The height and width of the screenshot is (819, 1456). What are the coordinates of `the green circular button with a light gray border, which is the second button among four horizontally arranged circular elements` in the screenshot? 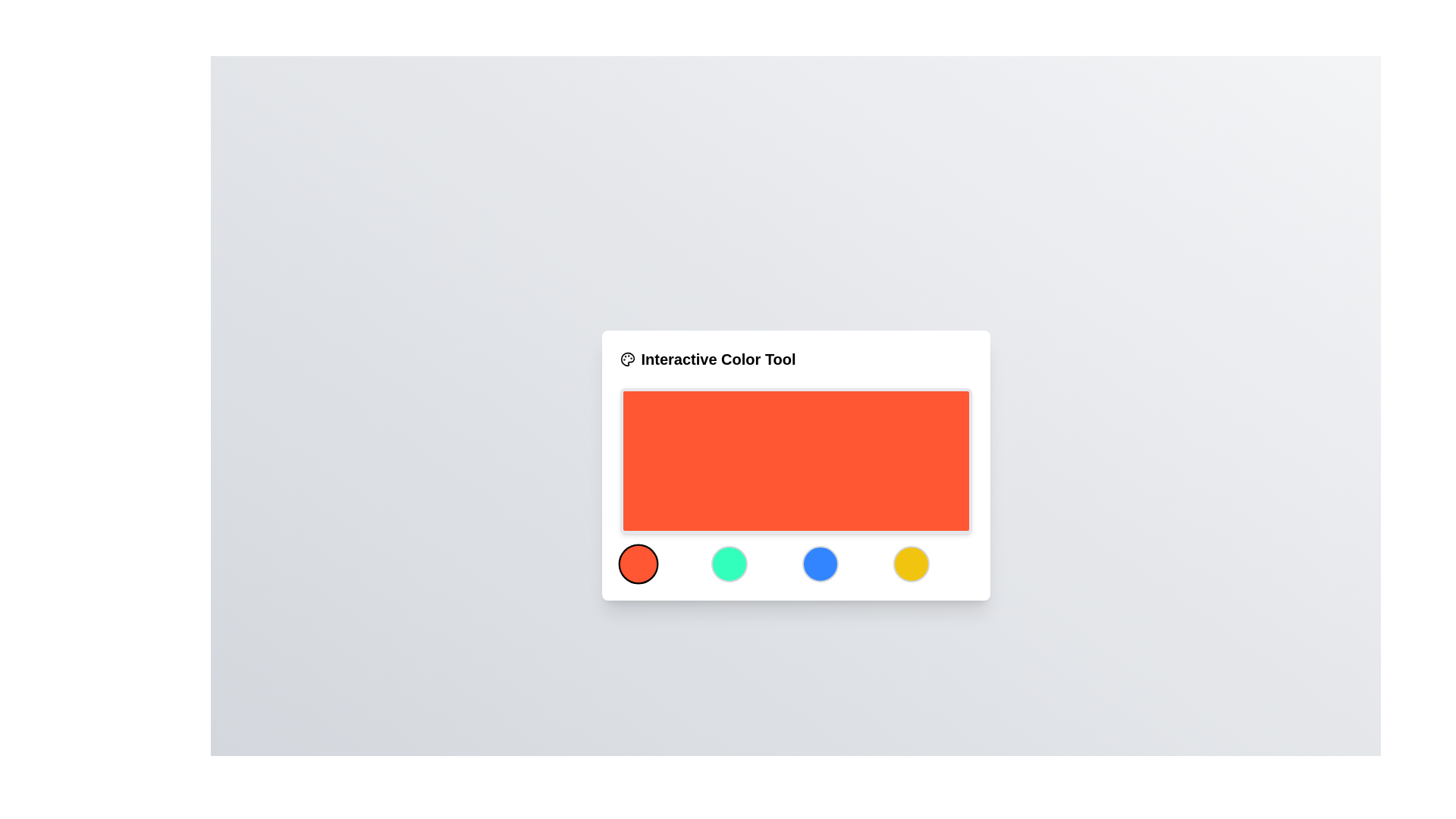 It's located at (729, 564).